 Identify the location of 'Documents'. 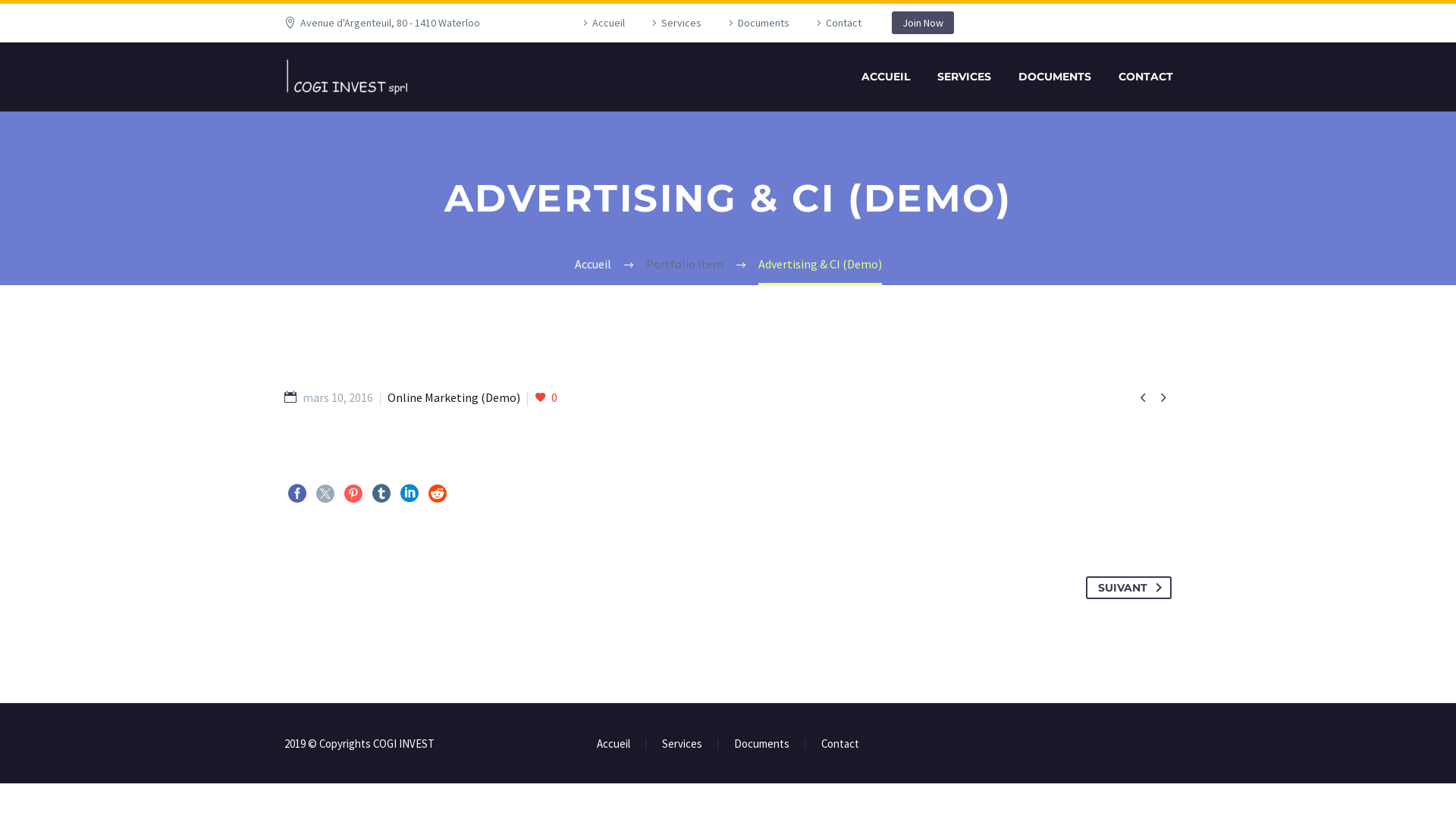
(757, 23).